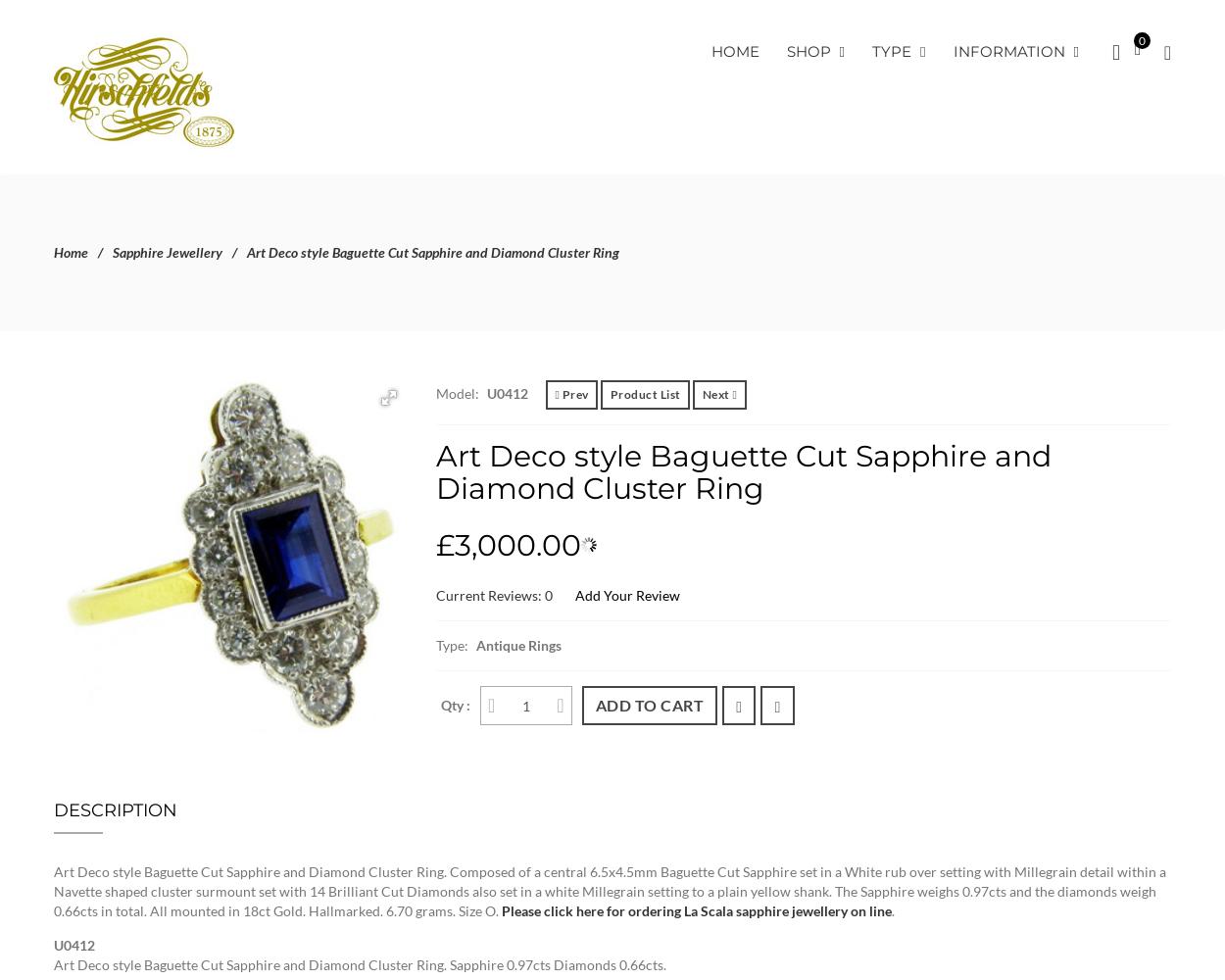 The image size is (1225, 980). I want to click on 'Description', so click(115, 809).